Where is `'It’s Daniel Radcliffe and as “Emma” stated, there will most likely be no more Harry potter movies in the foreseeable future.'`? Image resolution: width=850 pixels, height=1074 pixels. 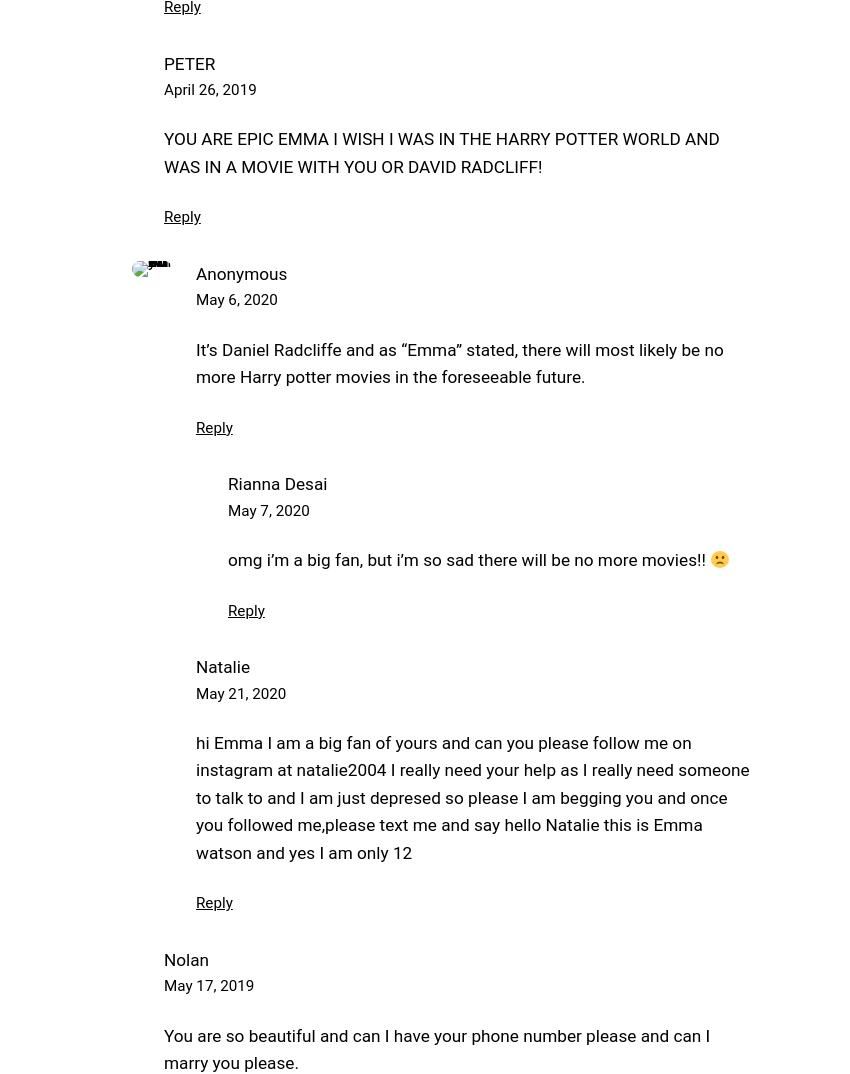 'It’s Daniel Radcliffe and as “Emma” stated, there will most likely be no more Harry potter movies in the foreseeable future.' is located at coordinates (458, 362).